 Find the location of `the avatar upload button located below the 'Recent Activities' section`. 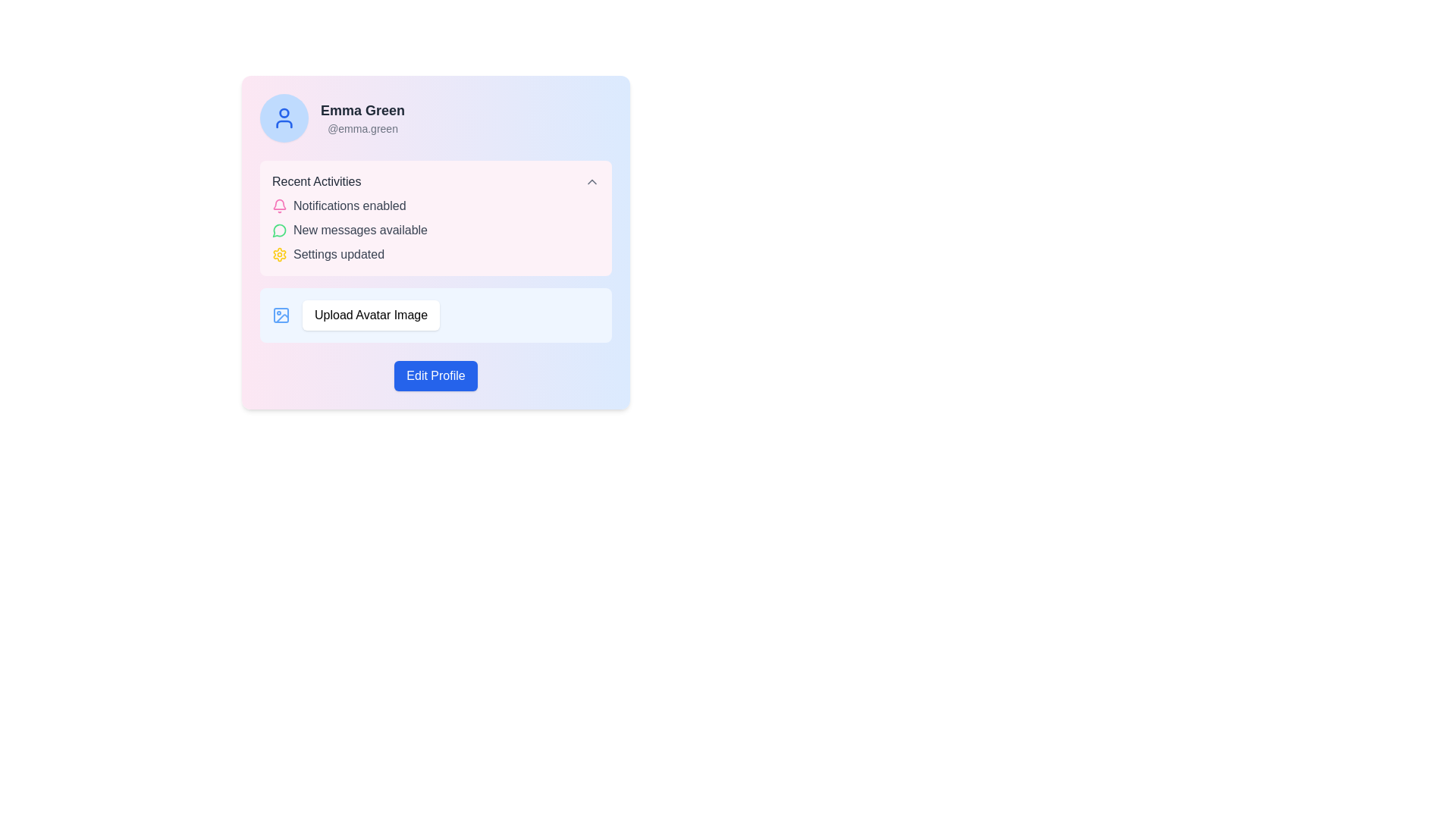

the avatar upload button located below the 'Recent Activities' section is located at coordinates (435, 315).